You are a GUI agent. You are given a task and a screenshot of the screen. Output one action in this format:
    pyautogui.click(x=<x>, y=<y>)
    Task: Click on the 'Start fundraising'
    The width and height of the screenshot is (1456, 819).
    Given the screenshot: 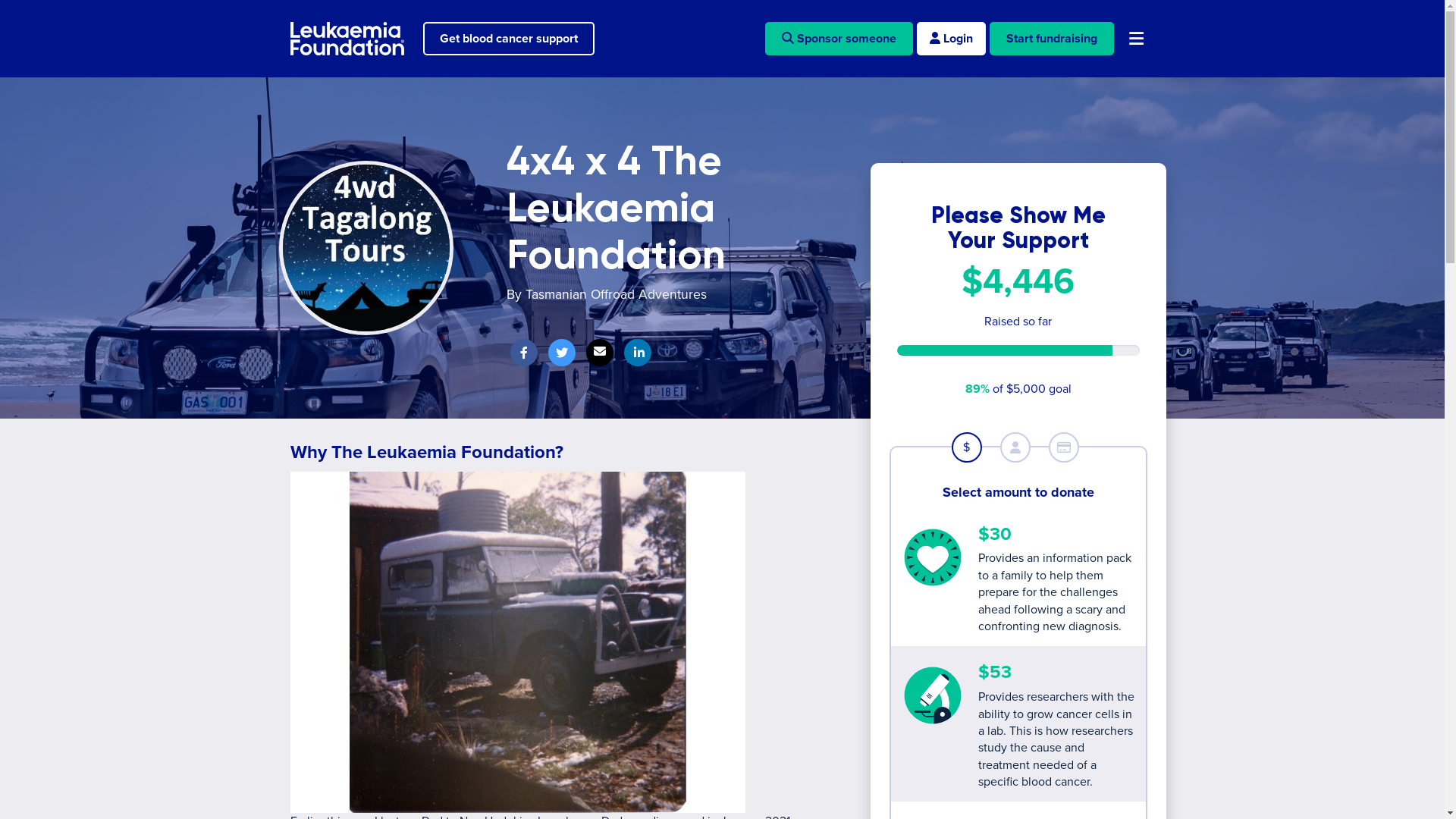 What is the action you would take?
    pyautogui.click(x=1050, y=37)
    